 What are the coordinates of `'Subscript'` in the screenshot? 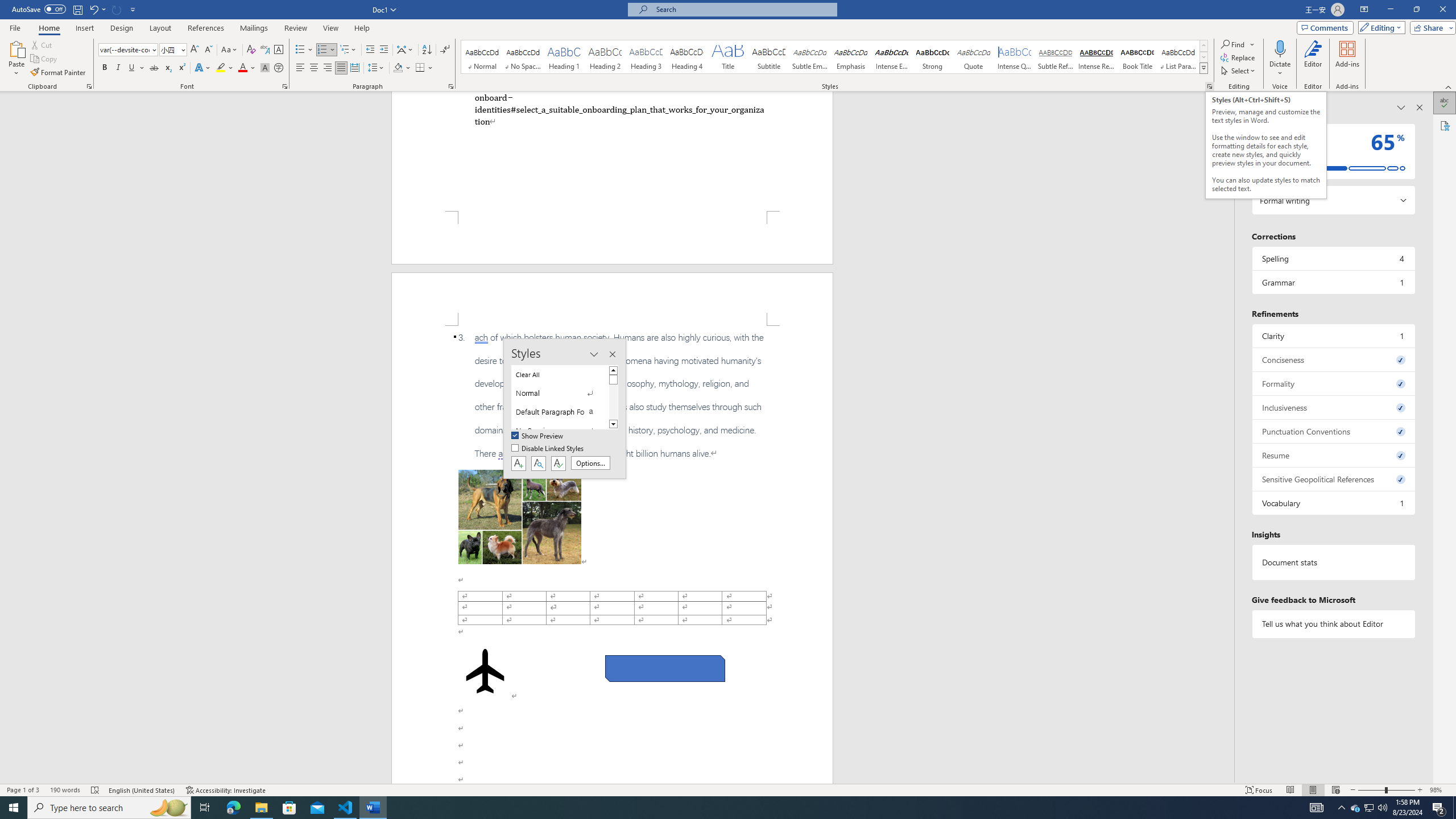 It's located at (167, 67).